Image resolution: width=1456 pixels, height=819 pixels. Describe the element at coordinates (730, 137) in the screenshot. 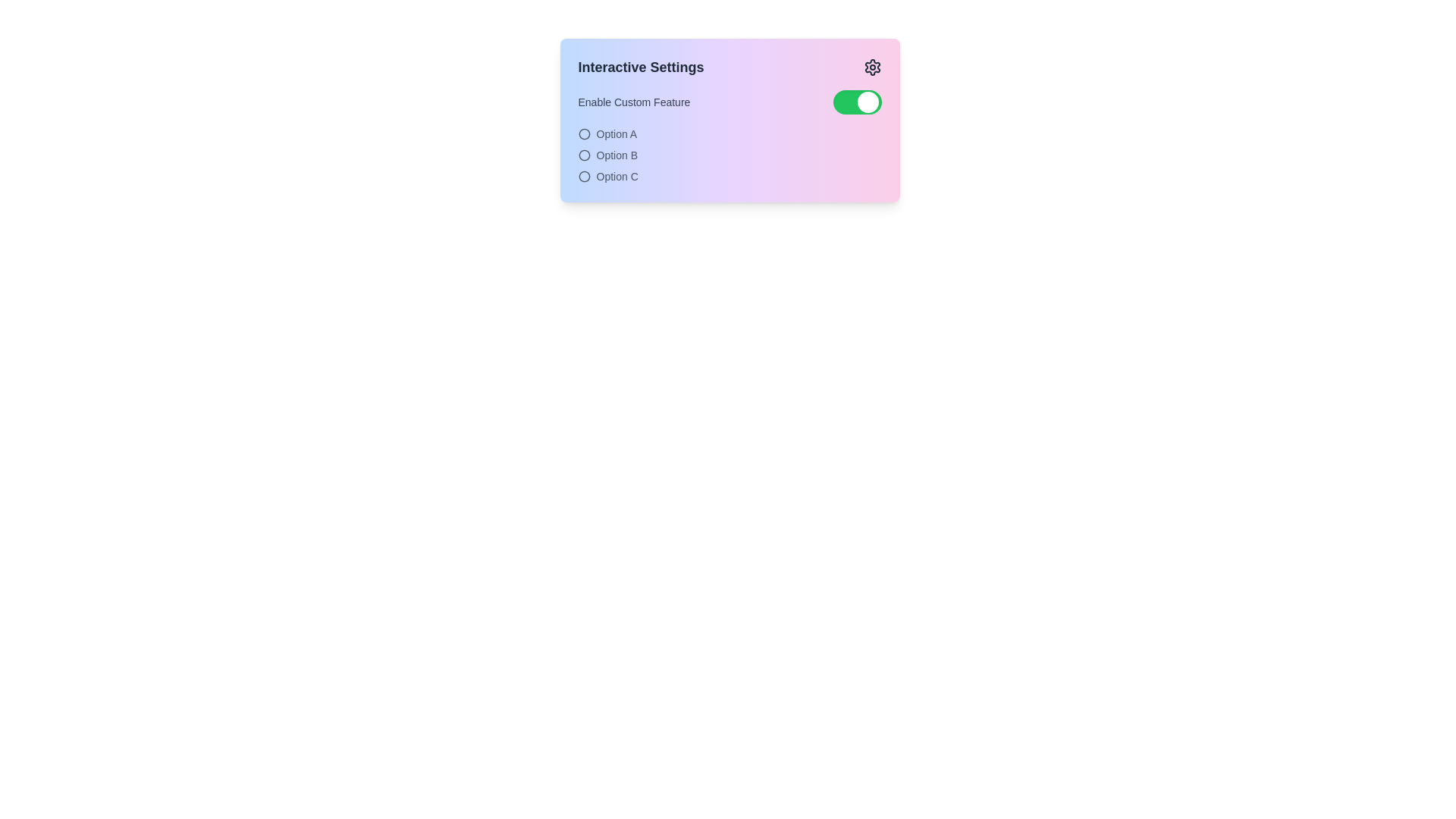

I see `the labels 'Option A,' 'Option B,' and 'Option C' in the Settings panel section titled 'Interactive Settings'` at that location.